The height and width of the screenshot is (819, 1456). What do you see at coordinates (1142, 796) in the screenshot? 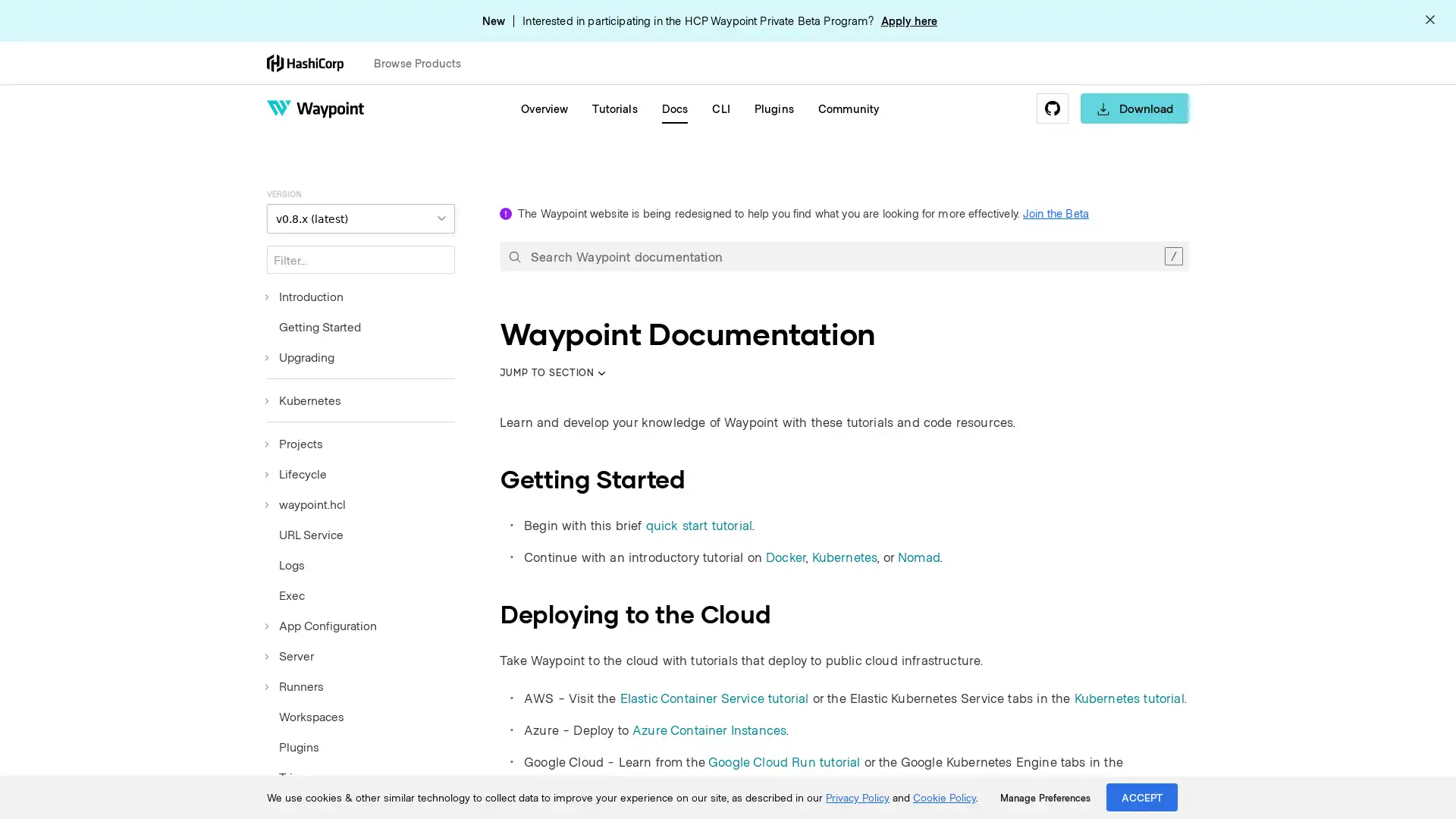
I see `ACCEPT` at bounding box center [1142, 796].